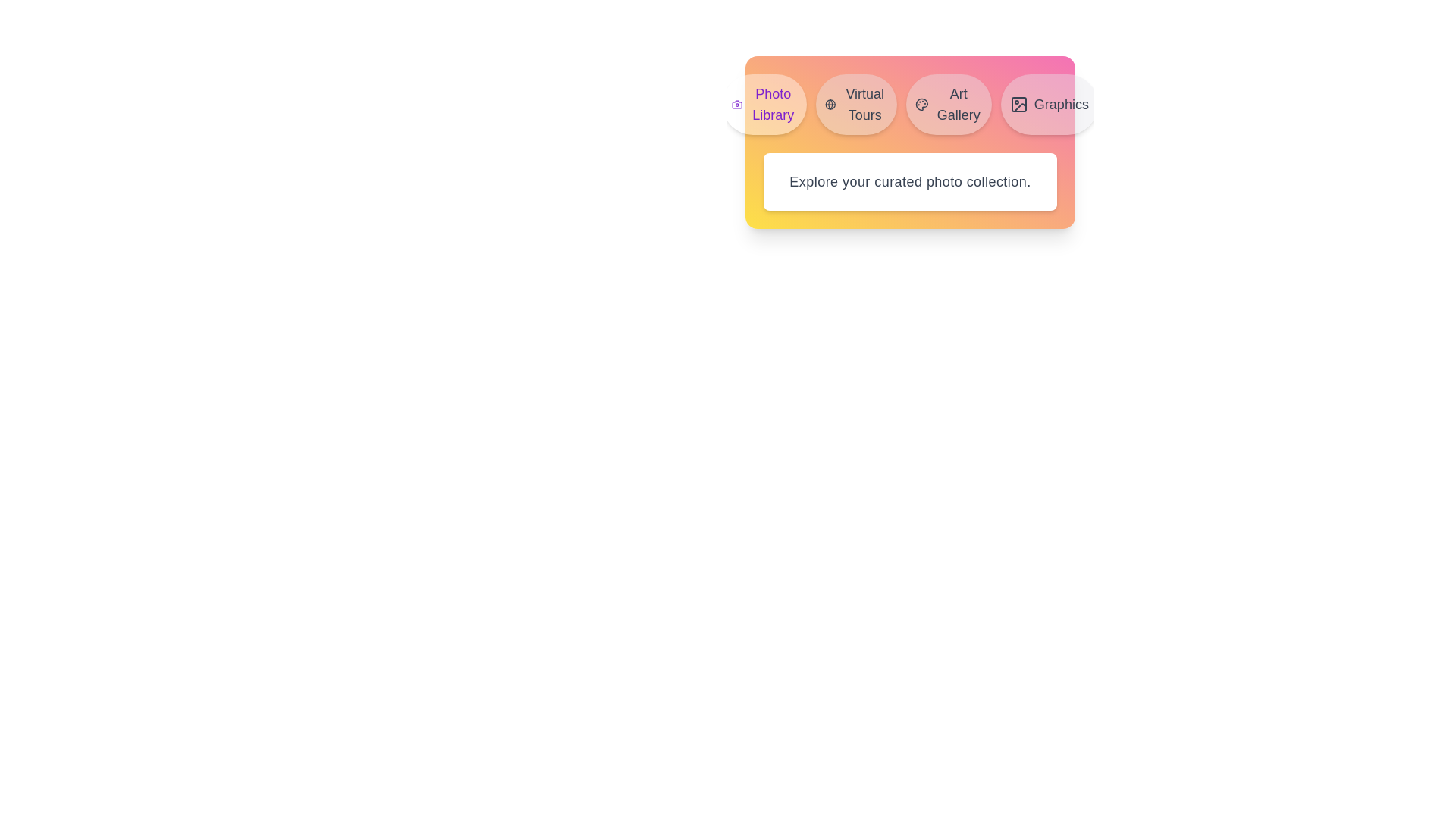 The width and height of the screenshot is (1456, 819). Describe the element at coordinates (1048, 104) in the screenshot. I see `the tab labeled Graphics in the MediaLibraryTabs component` at that location.